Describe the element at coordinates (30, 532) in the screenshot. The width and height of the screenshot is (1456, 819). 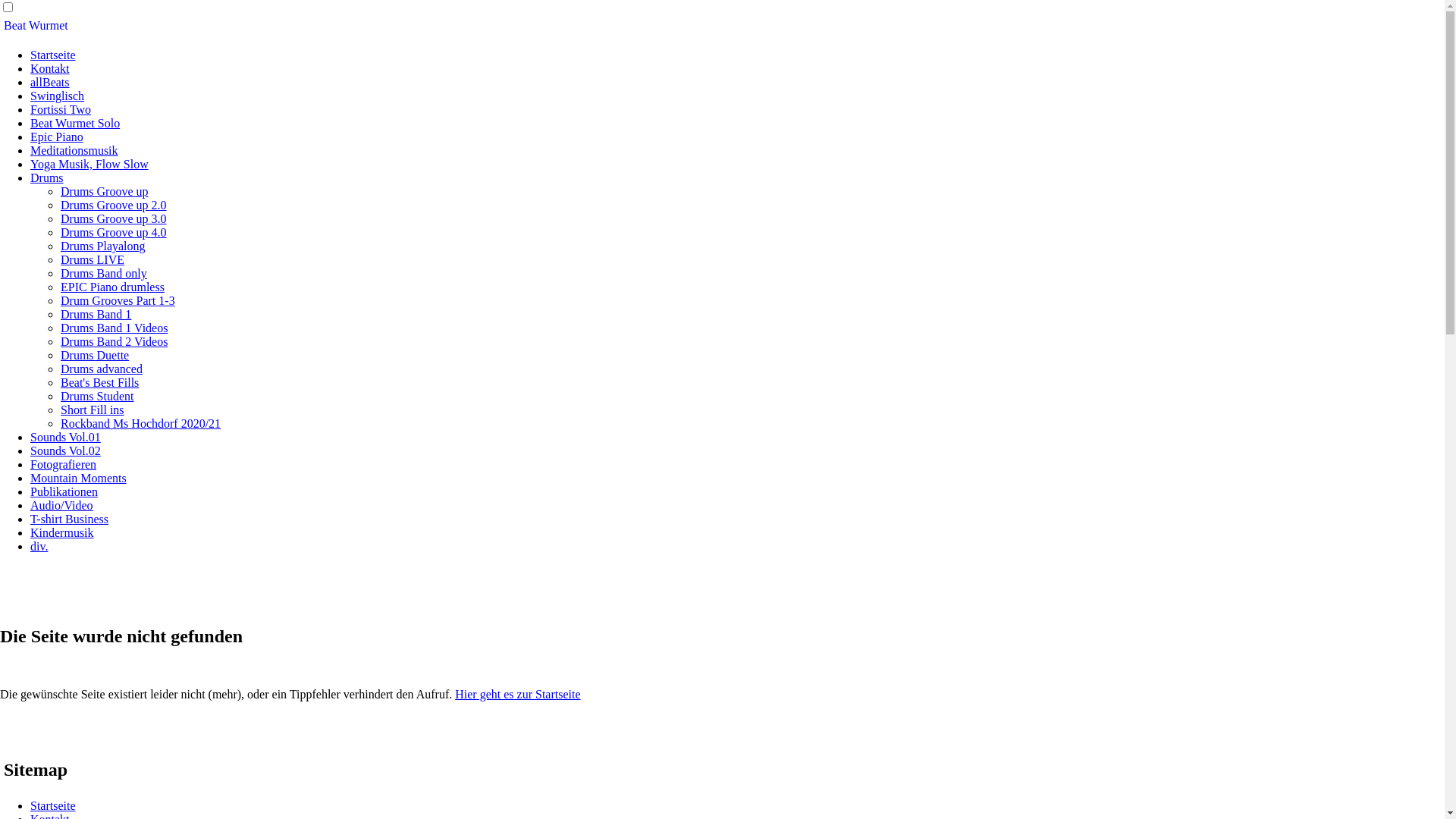
I see `'Kindermusik'` at that location.